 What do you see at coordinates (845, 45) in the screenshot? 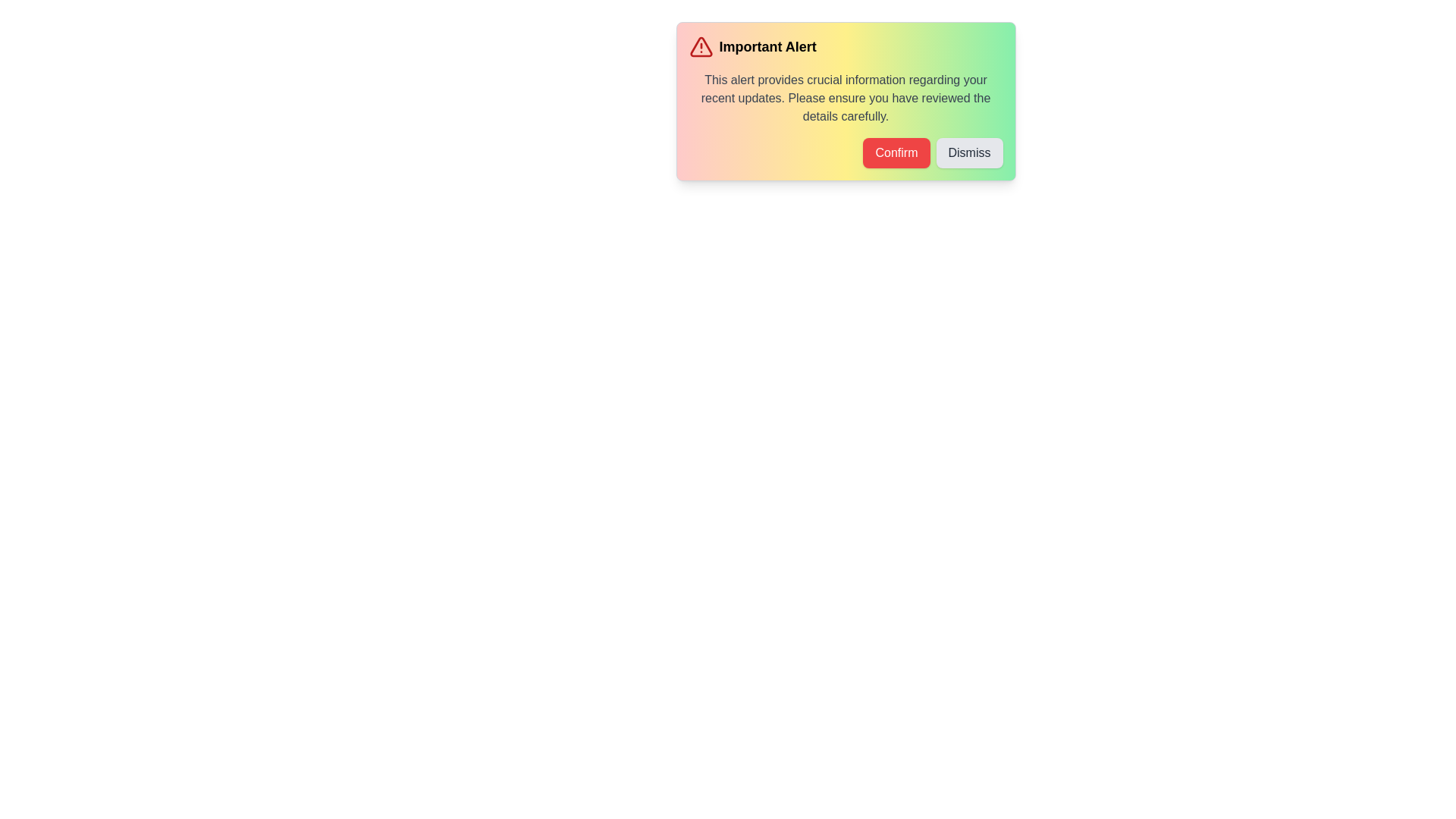
I see `the 'Important Alert' header, which features a red warning icon and bold black text` at bounding box center [845, 45].